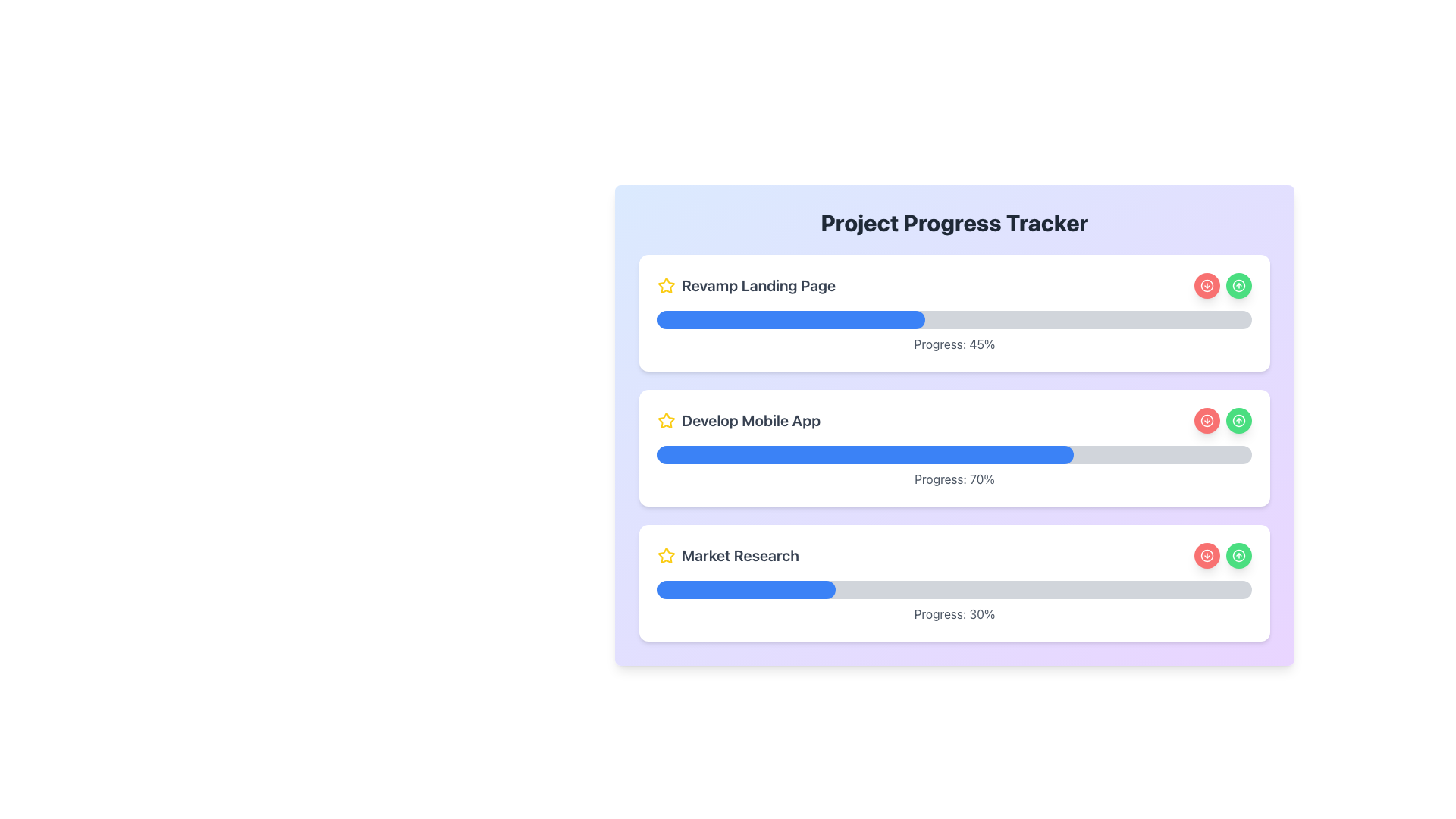 The image size is (1456, 819). What do you see at coordinates (666, 555) in the screenshot?
I see `the star-shaped icon with a golden-yellow outline located to the left of the 'Market Research' text` at bounding box center [666, 555].